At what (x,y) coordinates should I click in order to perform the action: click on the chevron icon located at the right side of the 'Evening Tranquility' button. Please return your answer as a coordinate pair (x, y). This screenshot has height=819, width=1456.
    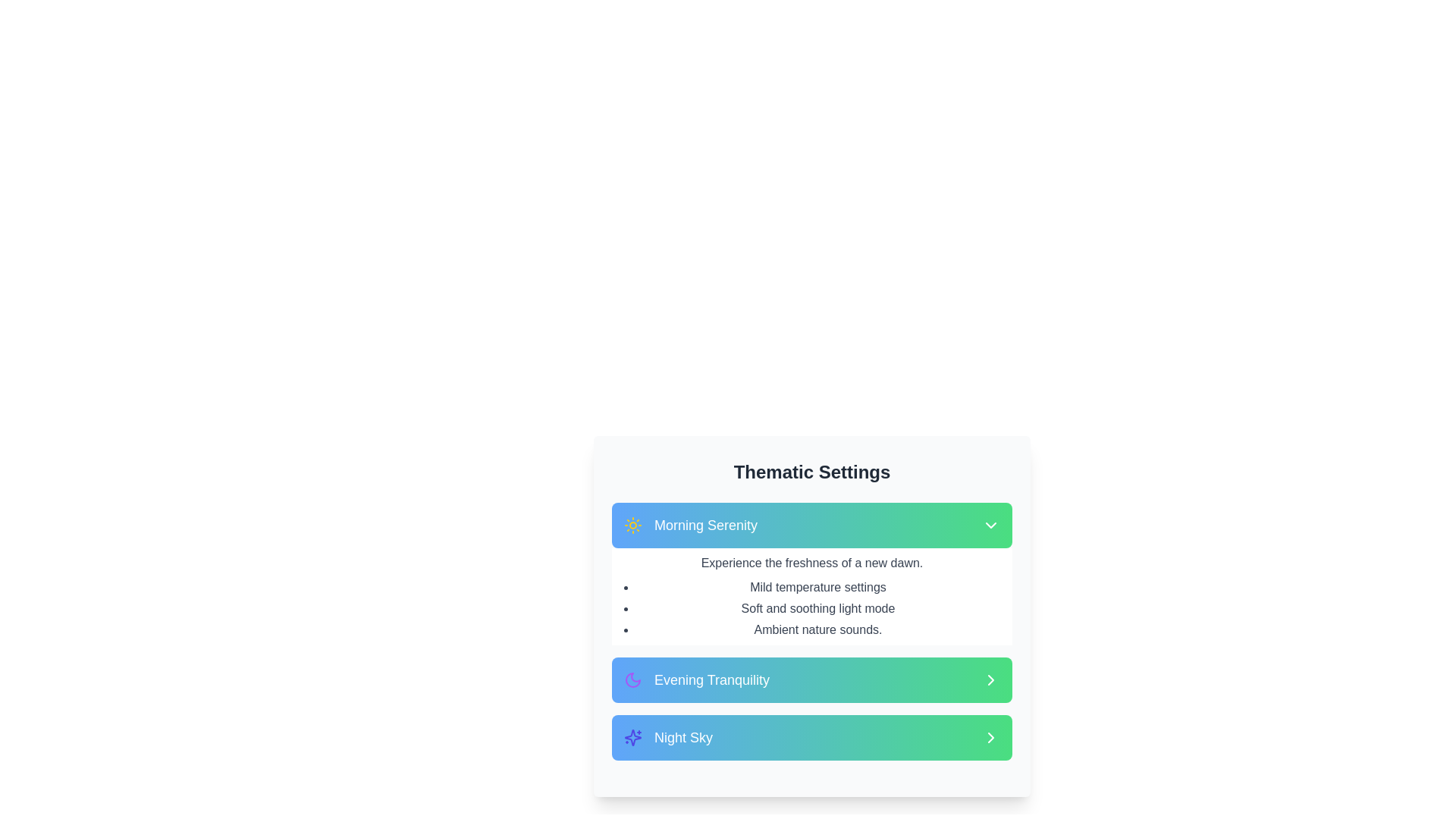
    Looking at the image, I should click on (990, 679).